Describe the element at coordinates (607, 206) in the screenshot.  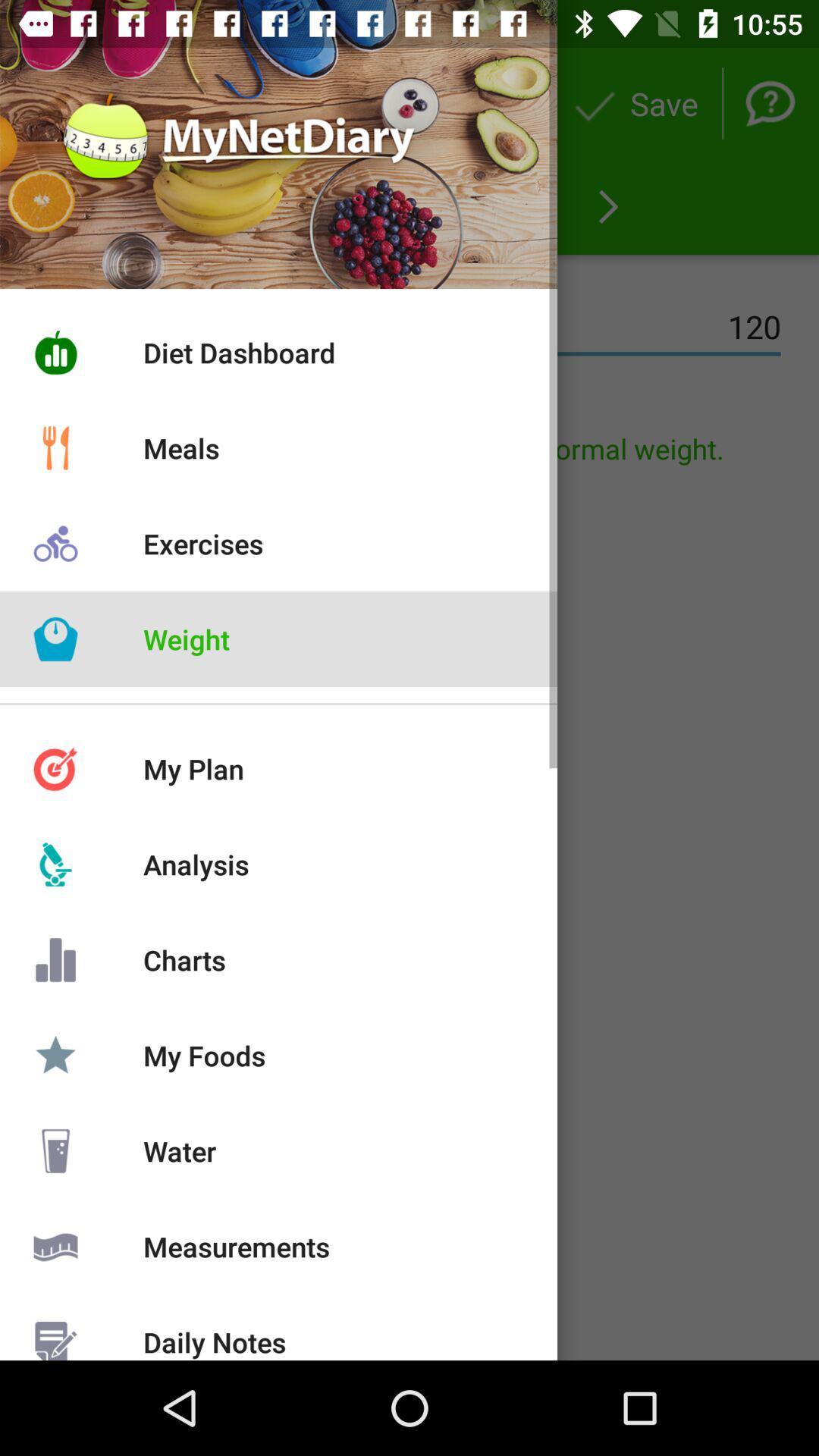
I see `the icon arrow` at that location.